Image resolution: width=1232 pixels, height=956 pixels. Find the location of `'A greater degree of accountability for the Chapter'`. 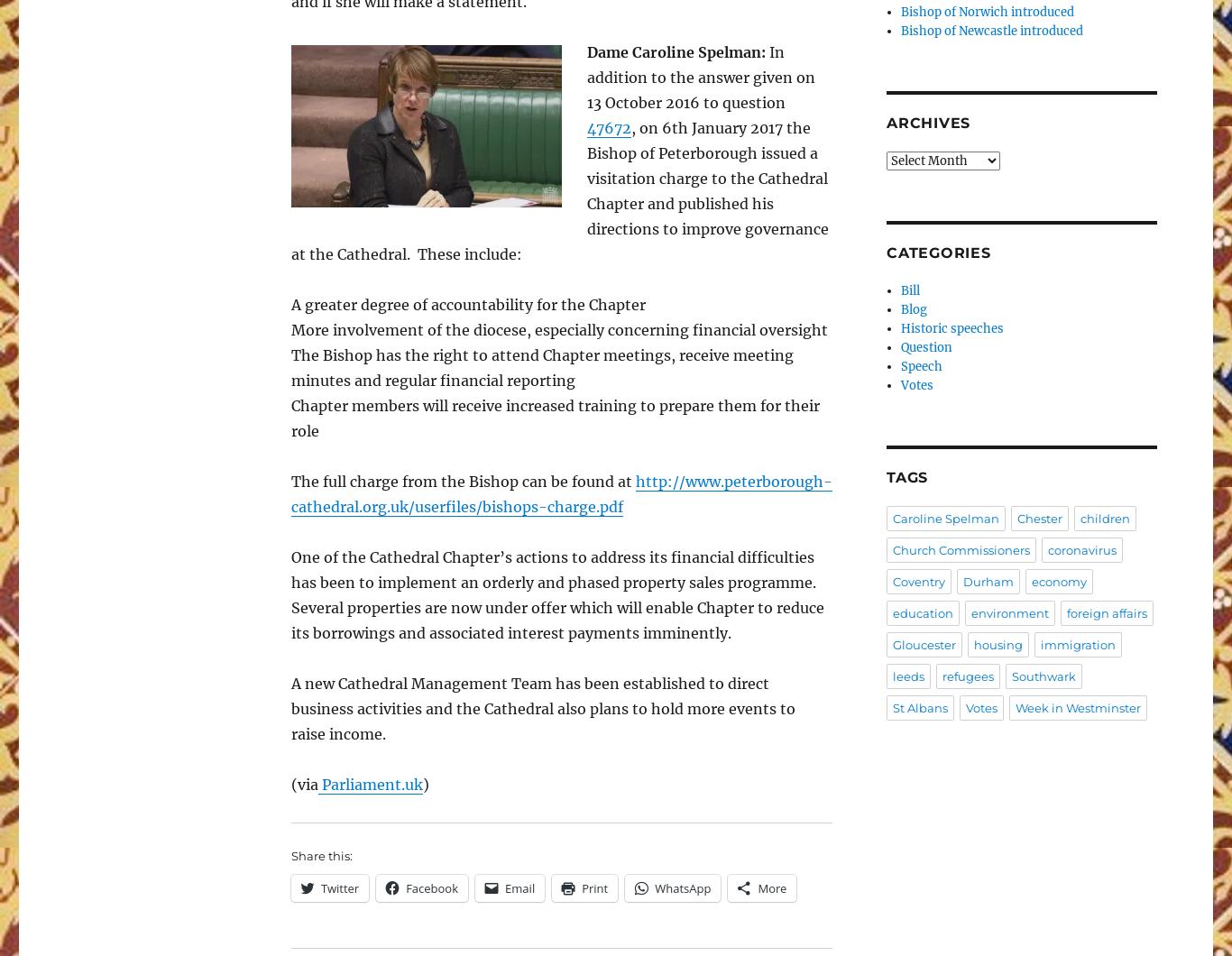

'A greater degree of accountability for the Chapter' is located at coordinates (468, 305).